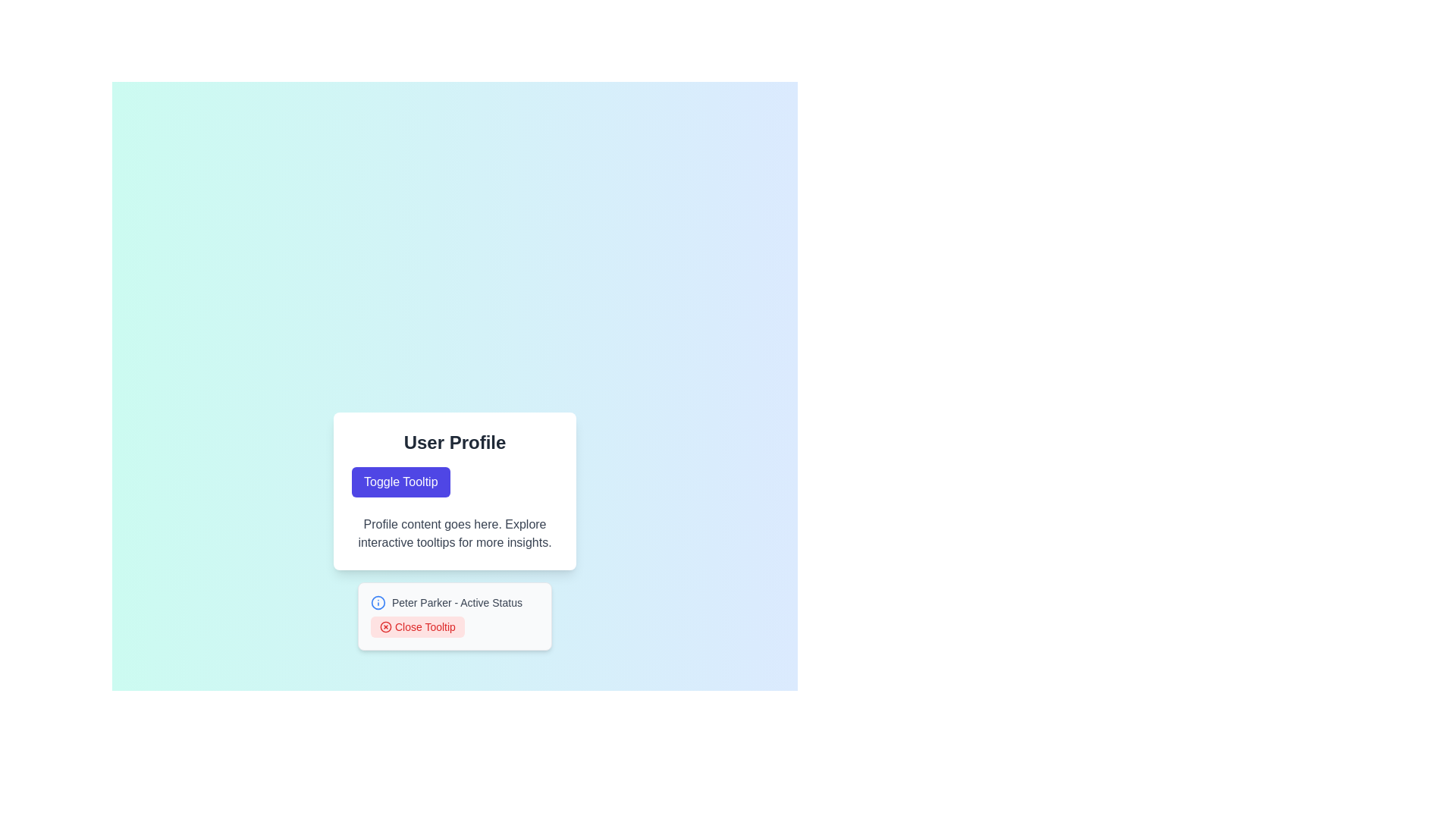  I want to click on the circular blue icon with an outlined circle and a dot at the center, located at the leftmost position of the group containing the text 'Peter Parker - Active Status', so click(378, 601).